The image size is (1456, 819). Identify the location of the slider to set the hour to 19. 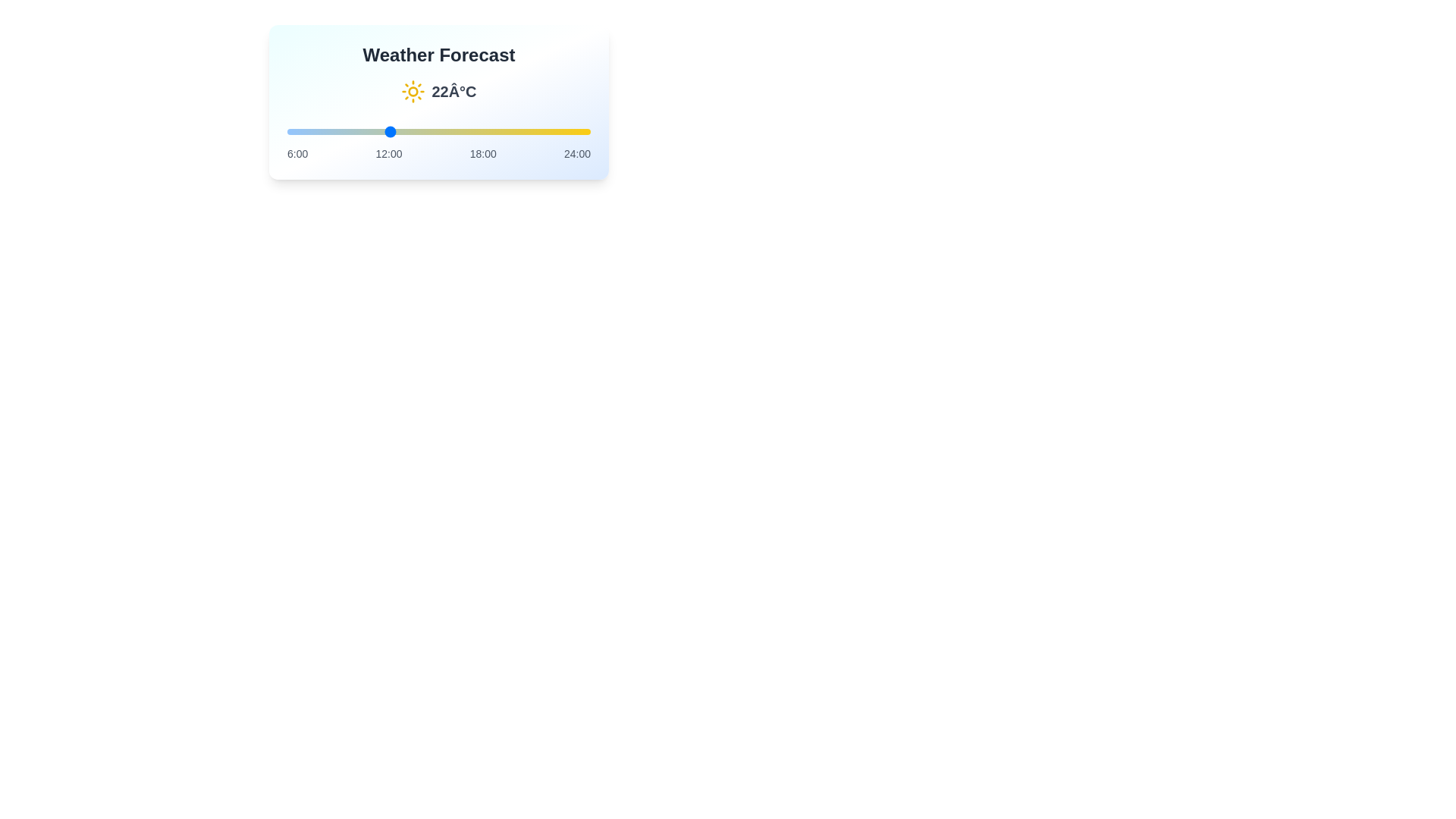
(506, 130).